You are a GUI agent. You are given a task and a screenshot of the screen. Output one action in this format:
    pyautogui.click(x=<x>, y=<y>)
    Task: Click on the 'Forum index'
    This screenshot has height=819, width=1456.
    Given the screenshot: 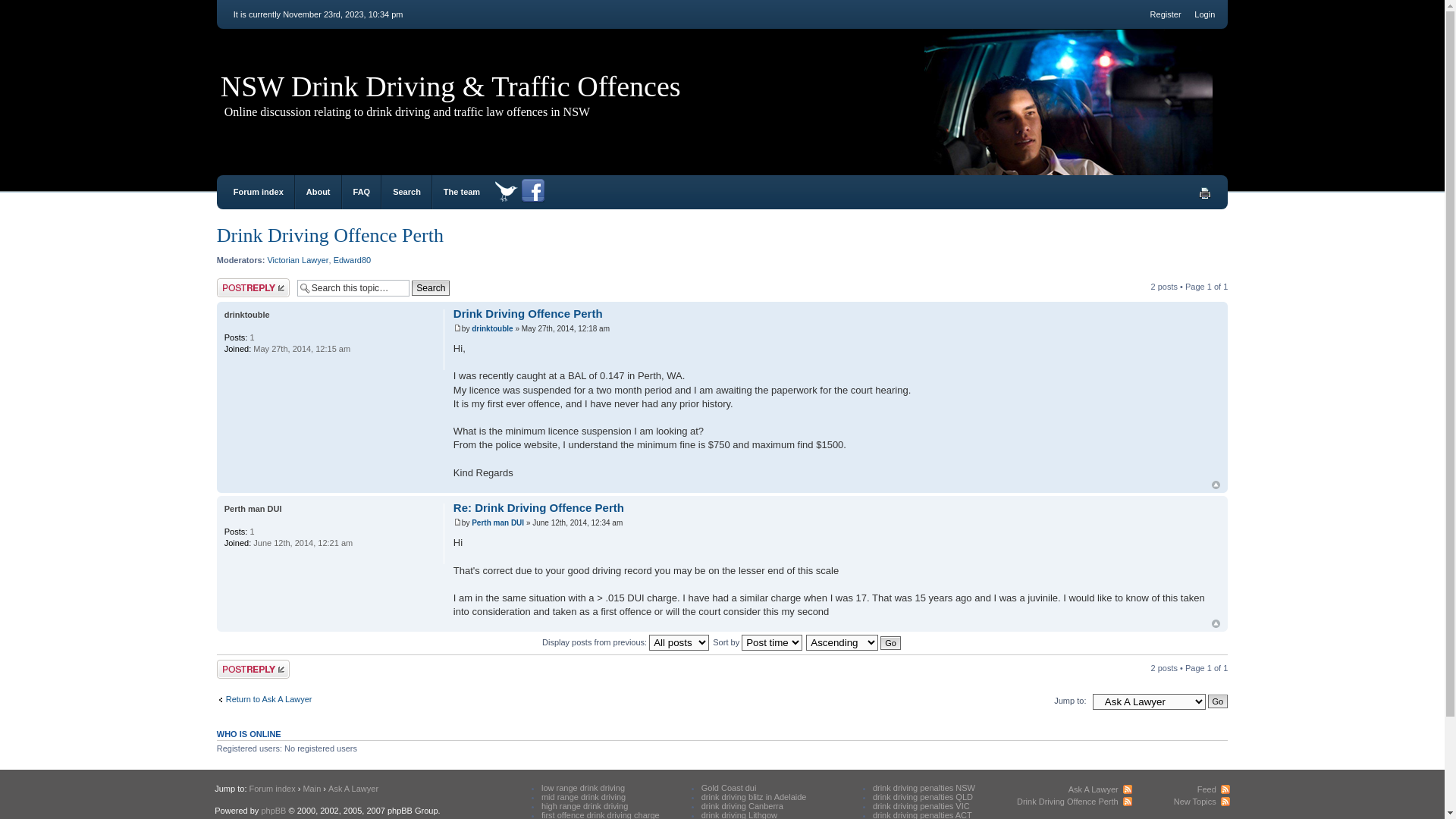 What is the action you would take?
    pyautogui.click(x=248, y=788)
    